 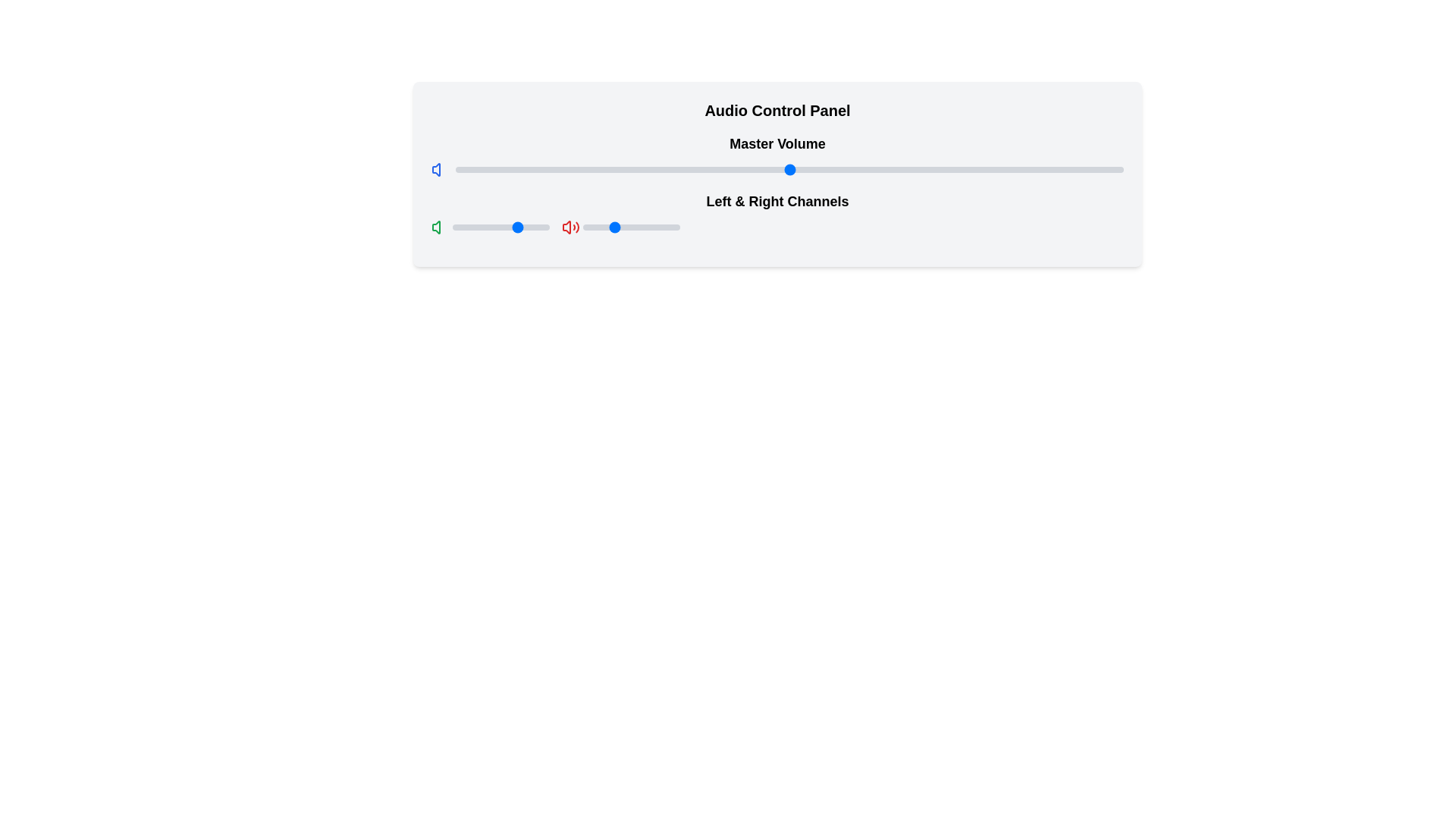 What do you see at coordinates (529, 227) in the screenshot?
I see `the left-right channel balance` at bounding box center [529, 227].